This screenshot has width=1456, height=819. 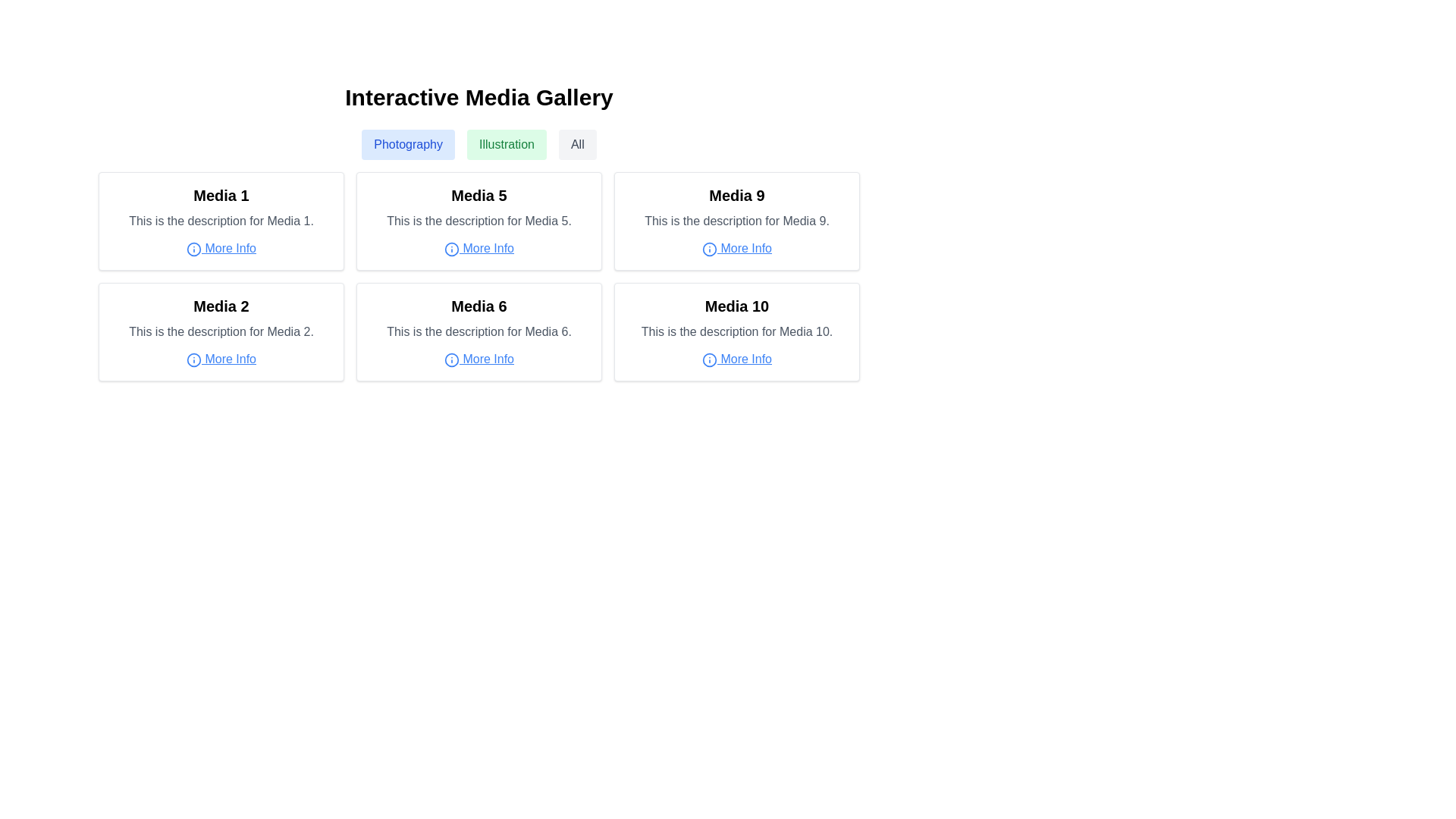 What do you see at coordinates (221, 359) in the screenshot?
I see `the hyperlink with an accompanying icon located in the 'Media 2' section` at bounding box center [221, 359].